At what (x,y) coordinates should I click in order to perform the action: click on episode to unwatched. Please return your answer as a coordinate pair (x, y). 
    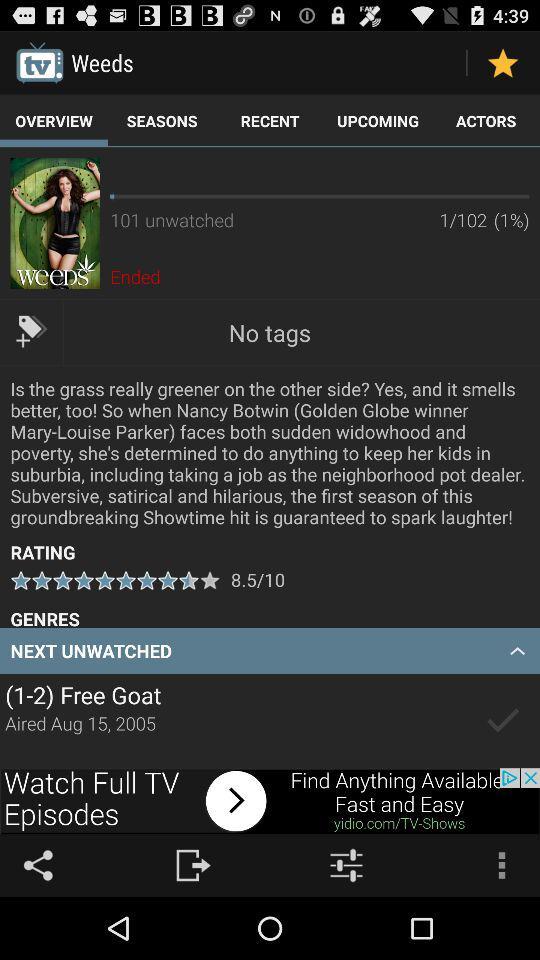
    Looking at the image, I should click on (502, 720).